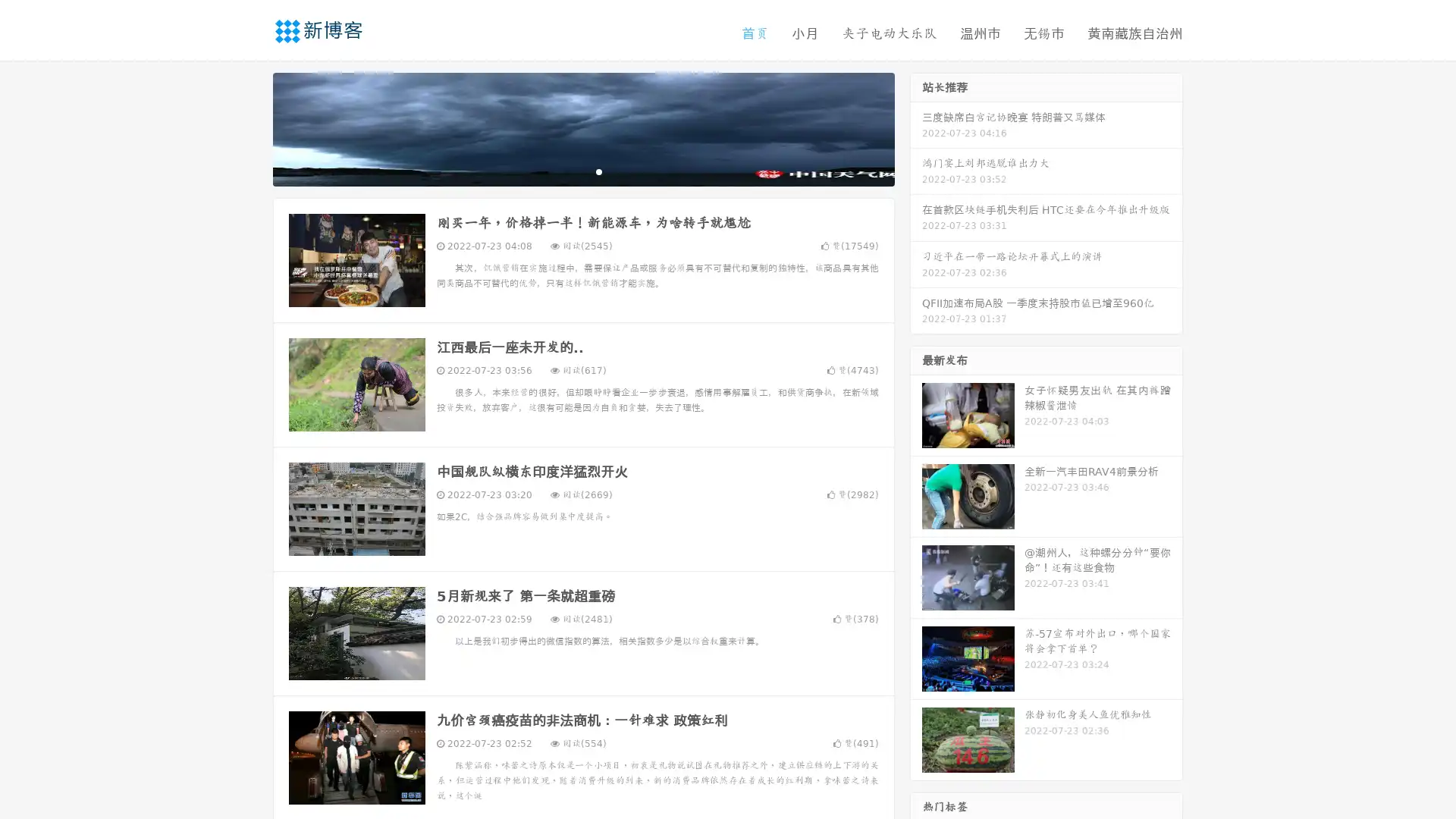 The width and height of the screenshot is (1456, 819). What do you see at coordinates (916, 127) in the screenshot?
I see `Next slide` at bounding box center [916, 127].